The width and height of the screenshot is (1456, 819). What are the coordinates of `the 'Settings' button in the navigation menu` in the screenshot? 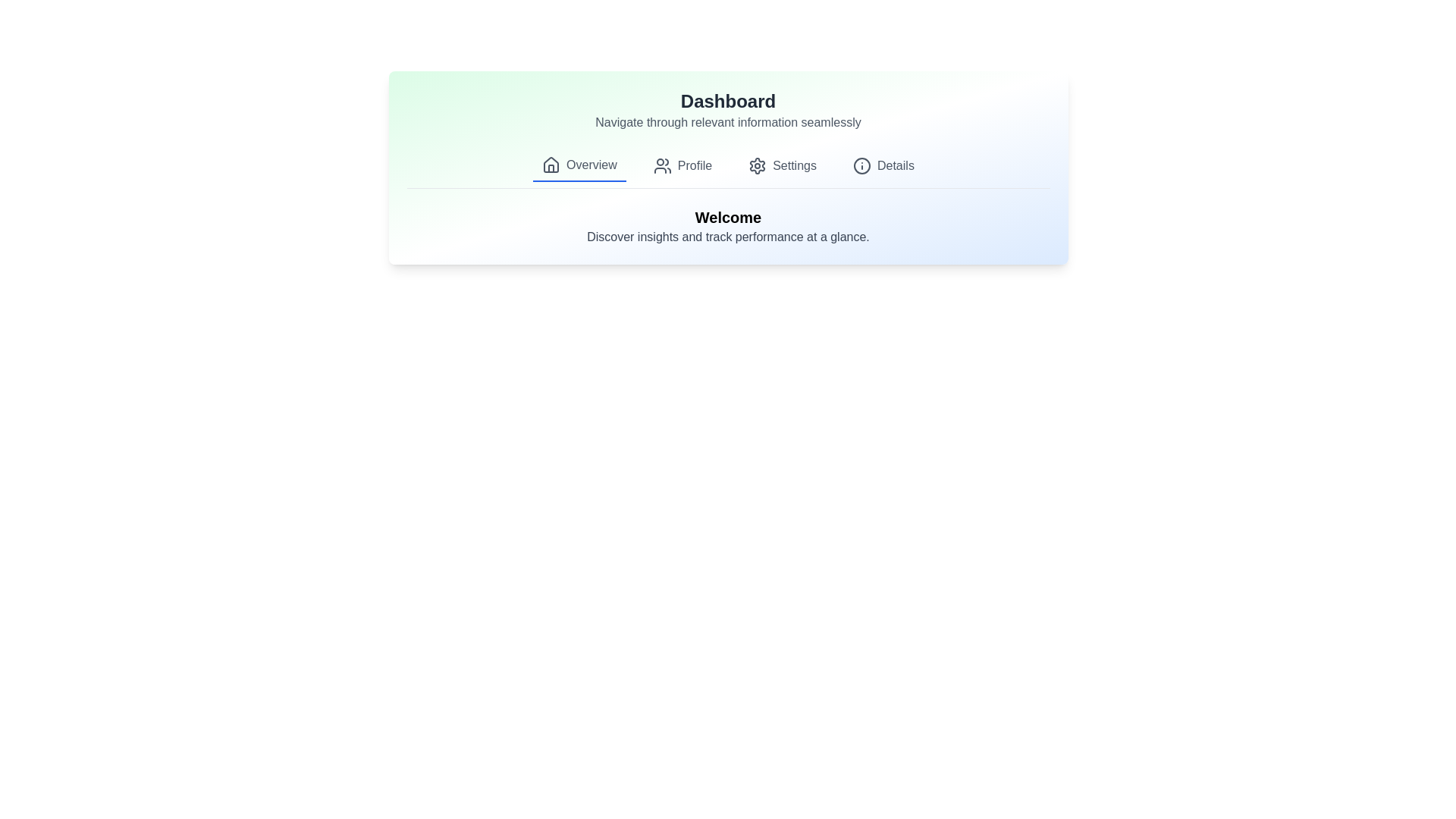 It's located at (783, 166).